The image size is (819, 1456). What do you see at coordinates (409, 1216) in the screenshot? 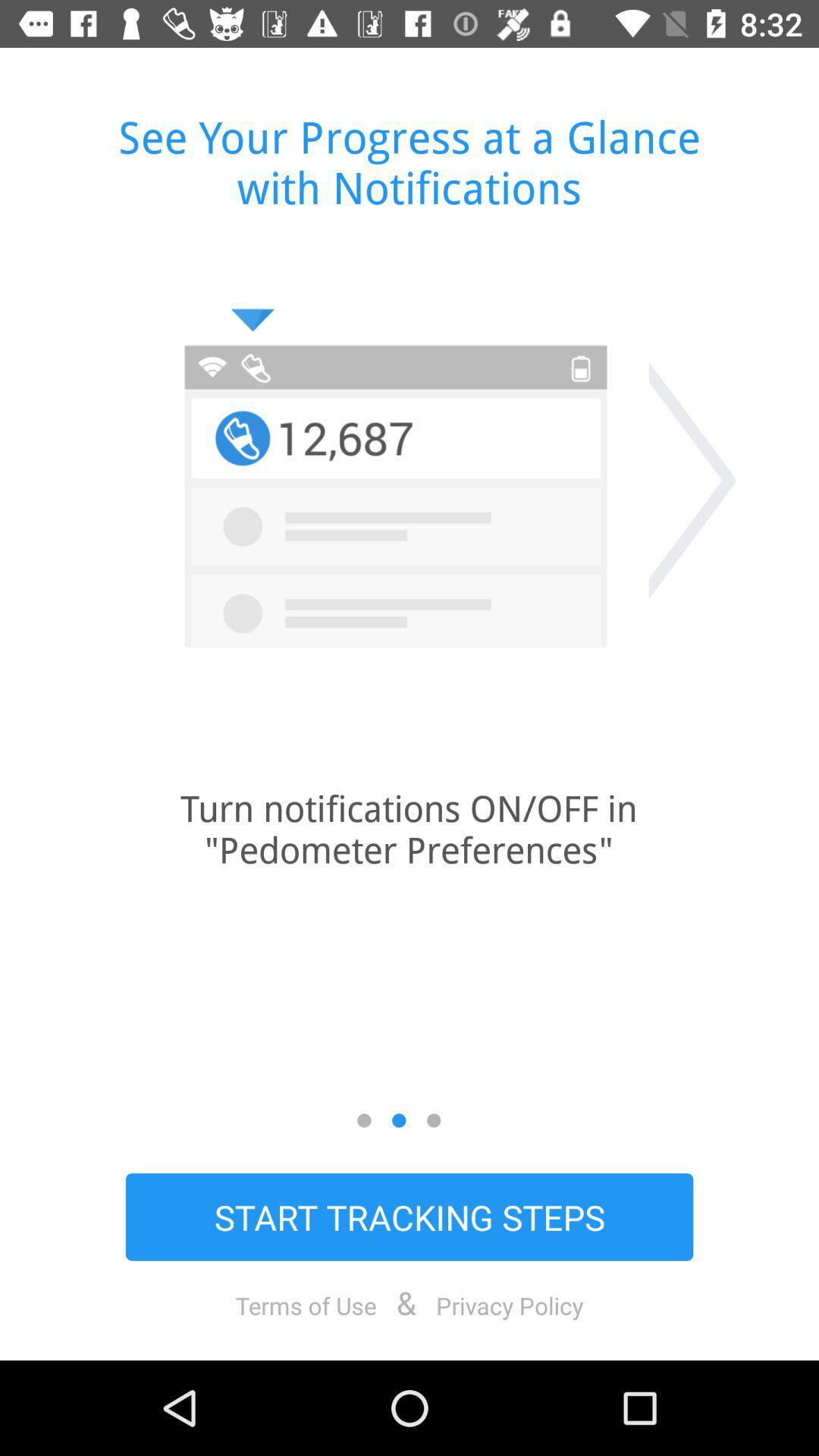
I see `the item above the & icon` at bounding box center [409, 1216].